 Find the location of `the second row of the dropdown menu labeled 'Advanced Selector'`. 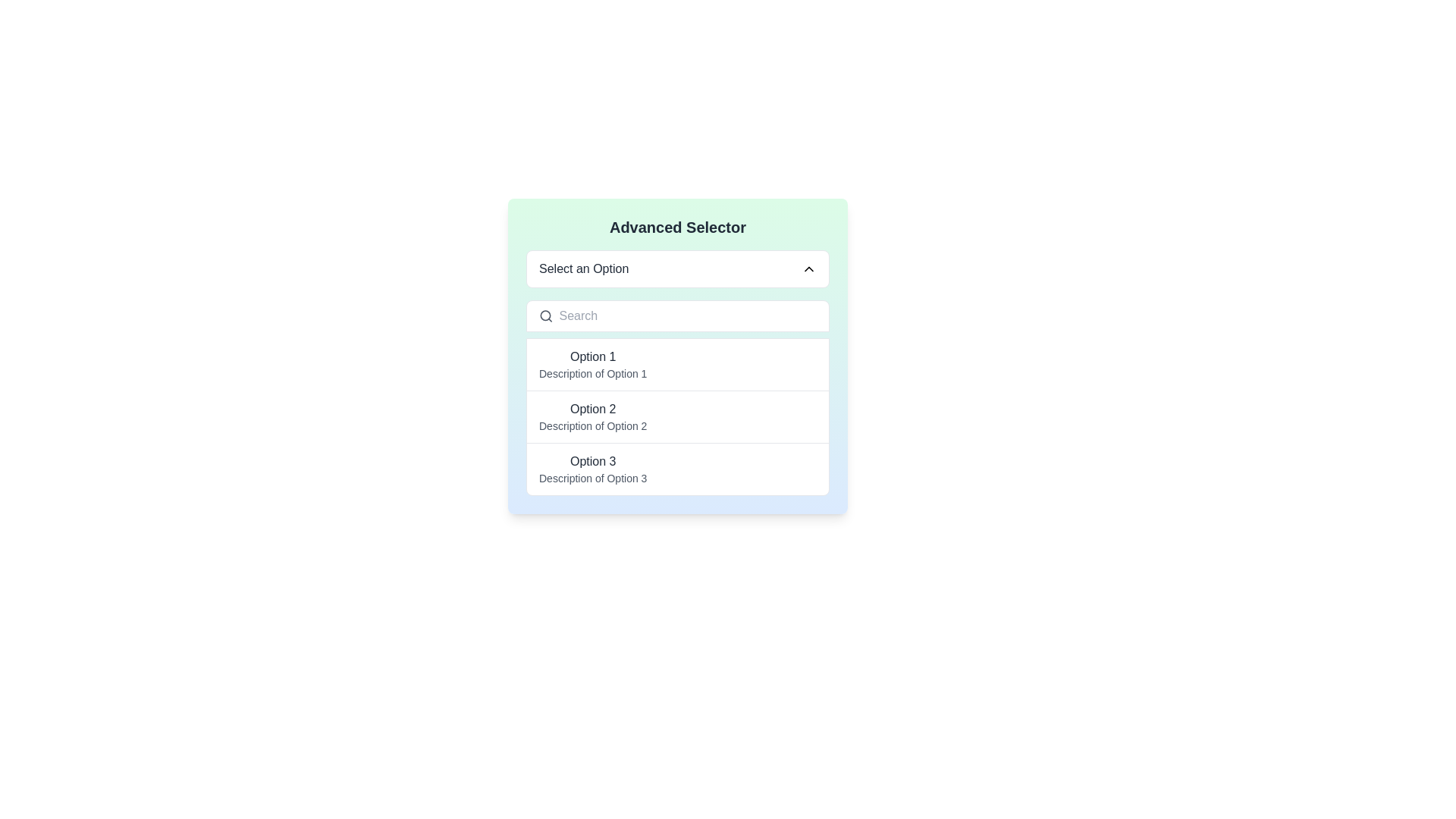

the second row of the dropdown menu labeled 'Advanced Selector' is located at coordinates (676, 416).